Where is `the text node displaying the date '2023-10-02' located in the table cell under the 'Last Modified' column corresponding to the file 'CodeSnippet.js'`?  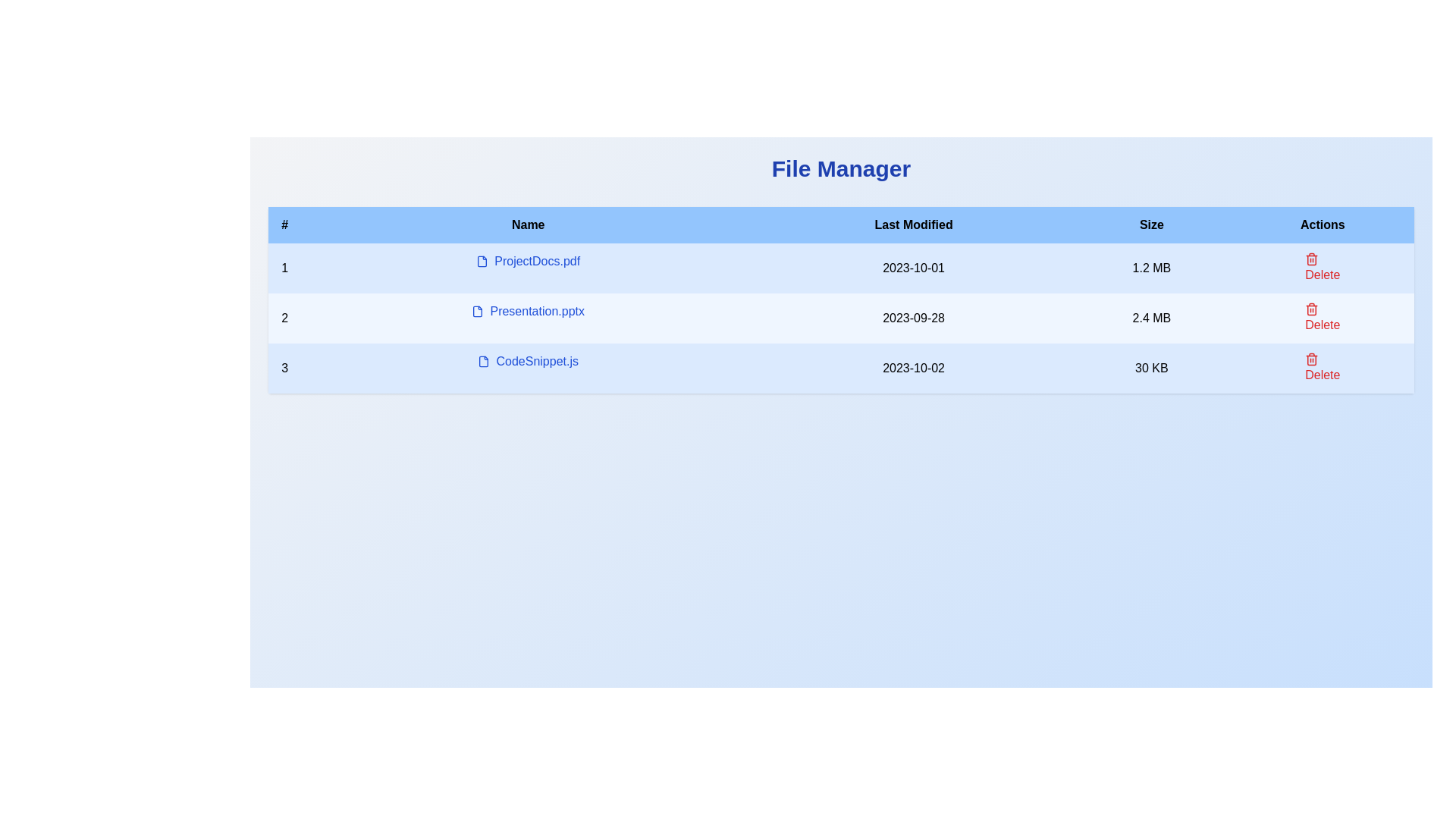 the text node displaying the date '2023-10-02' located in the table cell under the 'Last Modified' column corresponding to the file 'CodeSnippet.js' is located at coordinates (913, 369).